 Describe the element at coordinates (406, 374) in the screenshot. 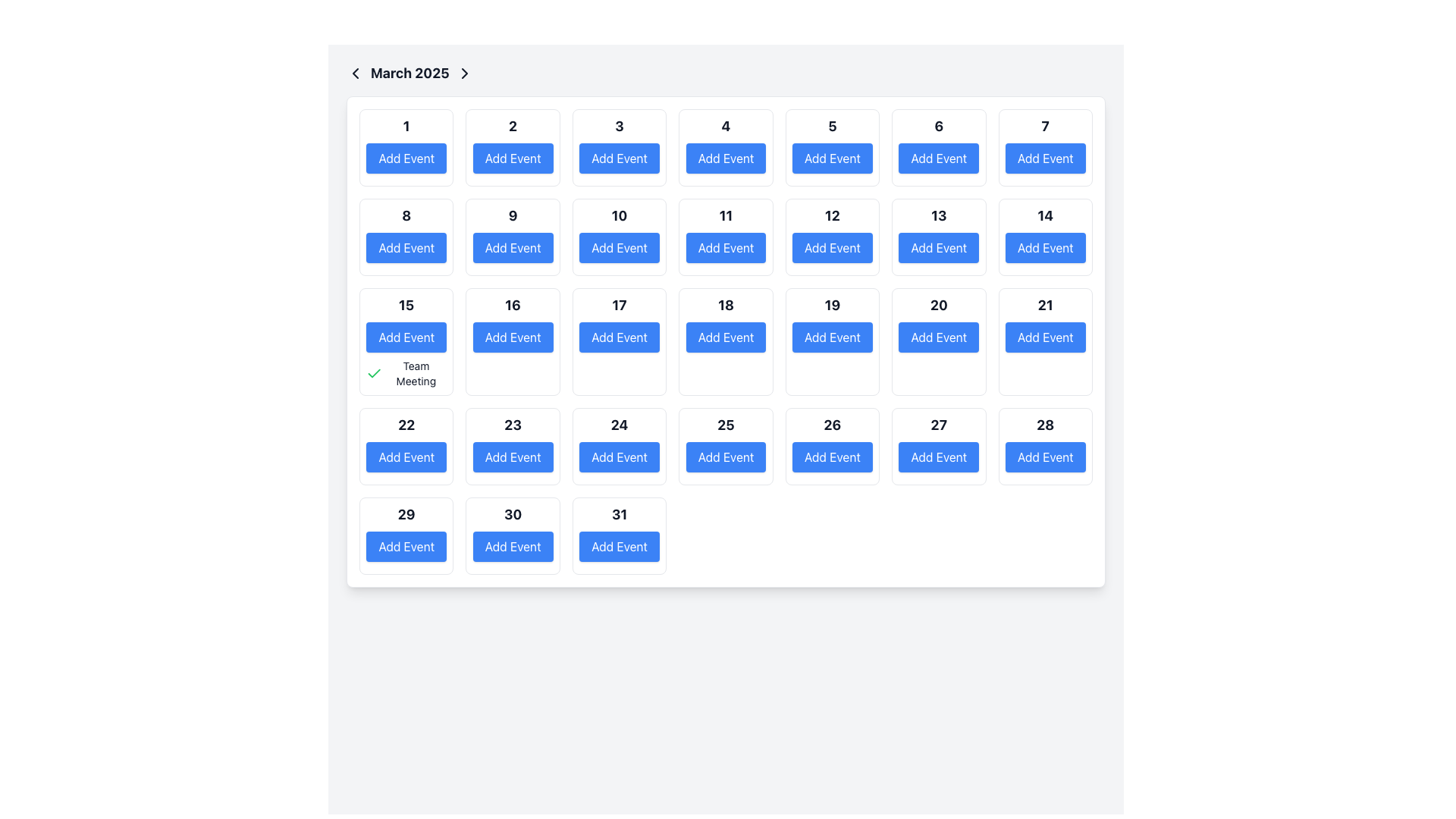

I see `the 'Team Meeting' text with an icon located inside the card for day 15 in the calendar grid` at that location.